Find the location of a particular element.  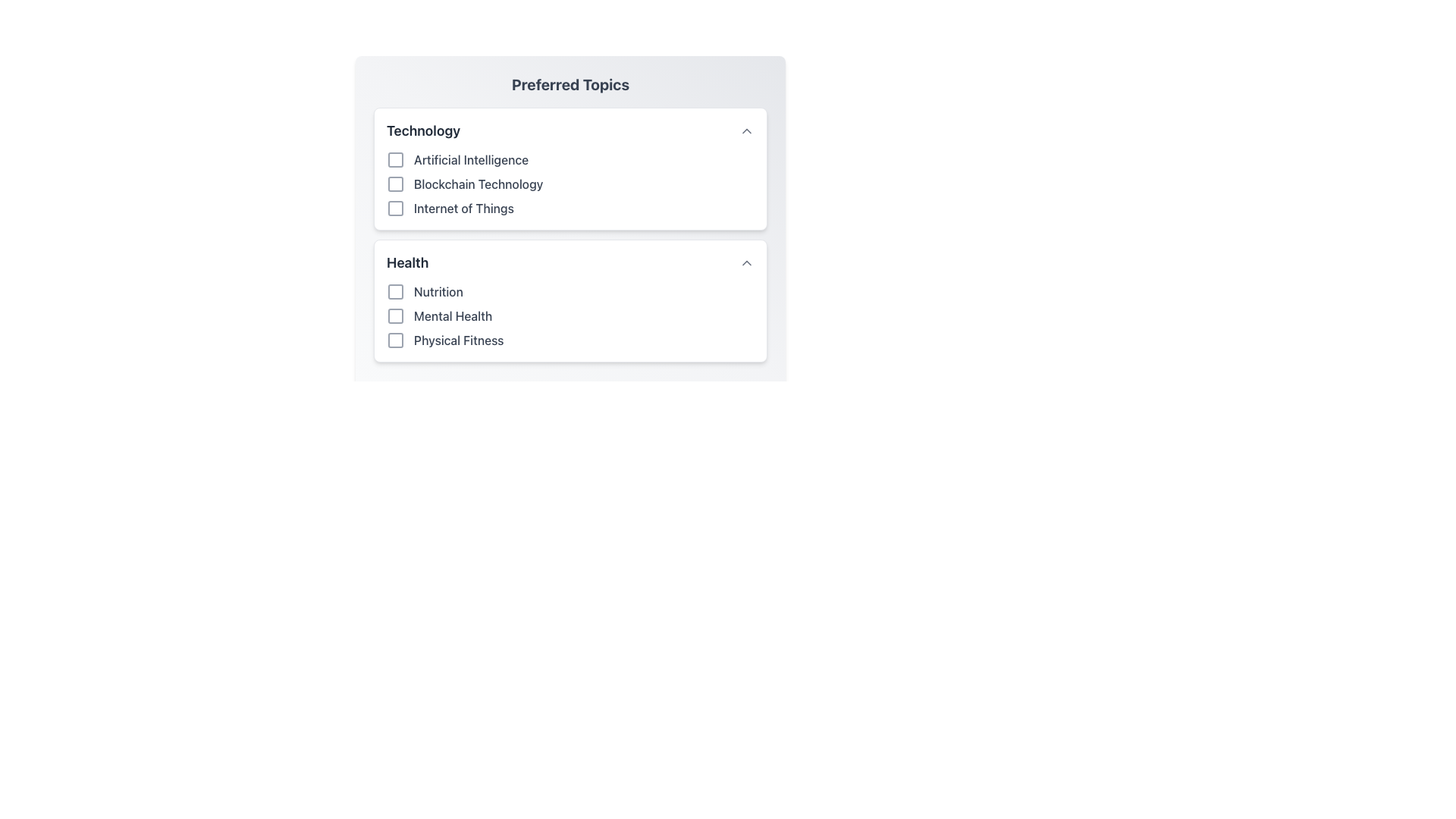

the checkbox labeled 'Artificial Intelligence' located in the 'Technology' section, the first item in the vertical list is located at coordinates (570, 160).